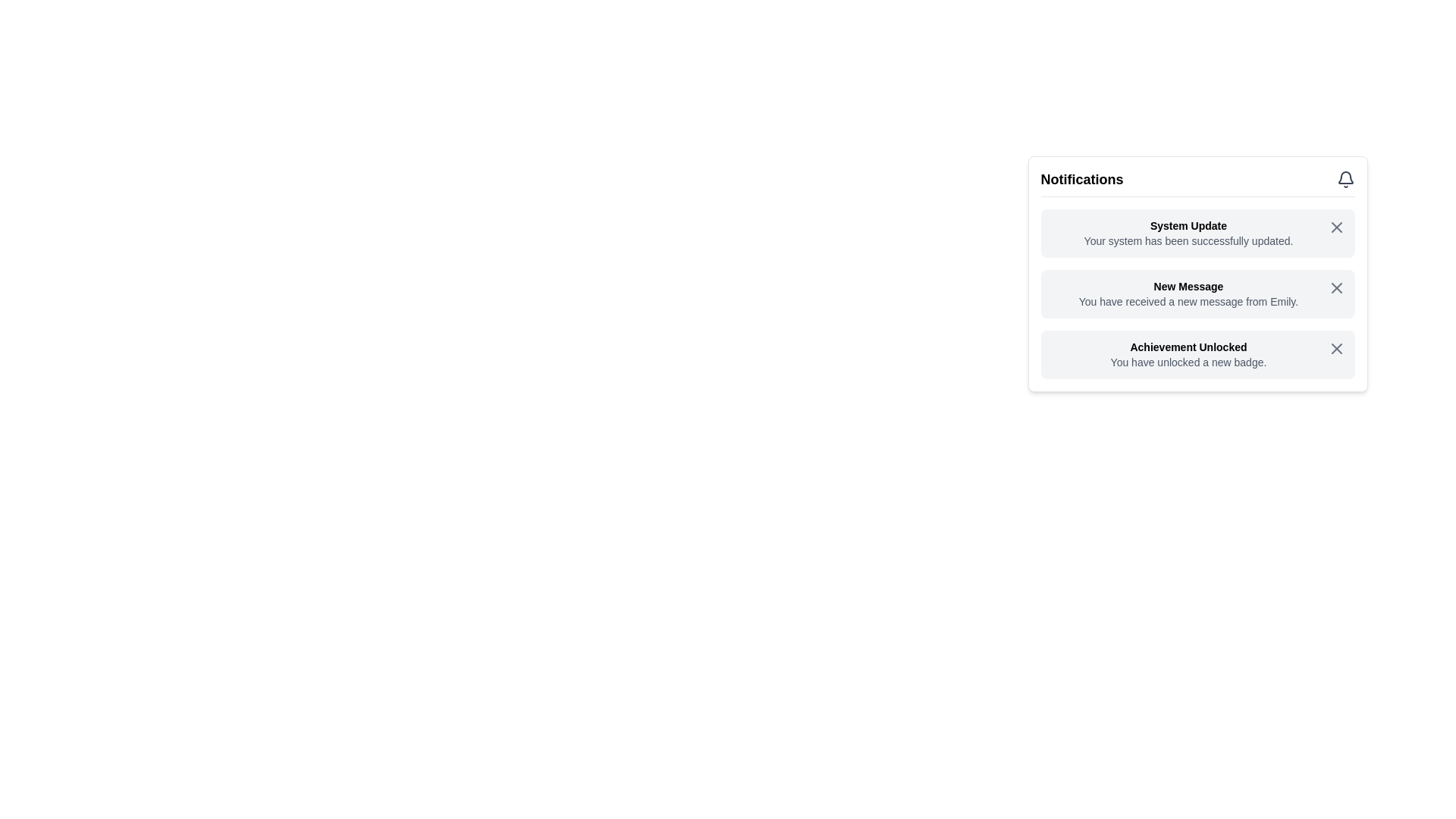 The height and width of the screenshot is (819, 1456). I want to click on the text label displaying 'Achievement Unlocked' in bold black font located within the third notification of the 'Notifications' panel, so click(1188, 347).